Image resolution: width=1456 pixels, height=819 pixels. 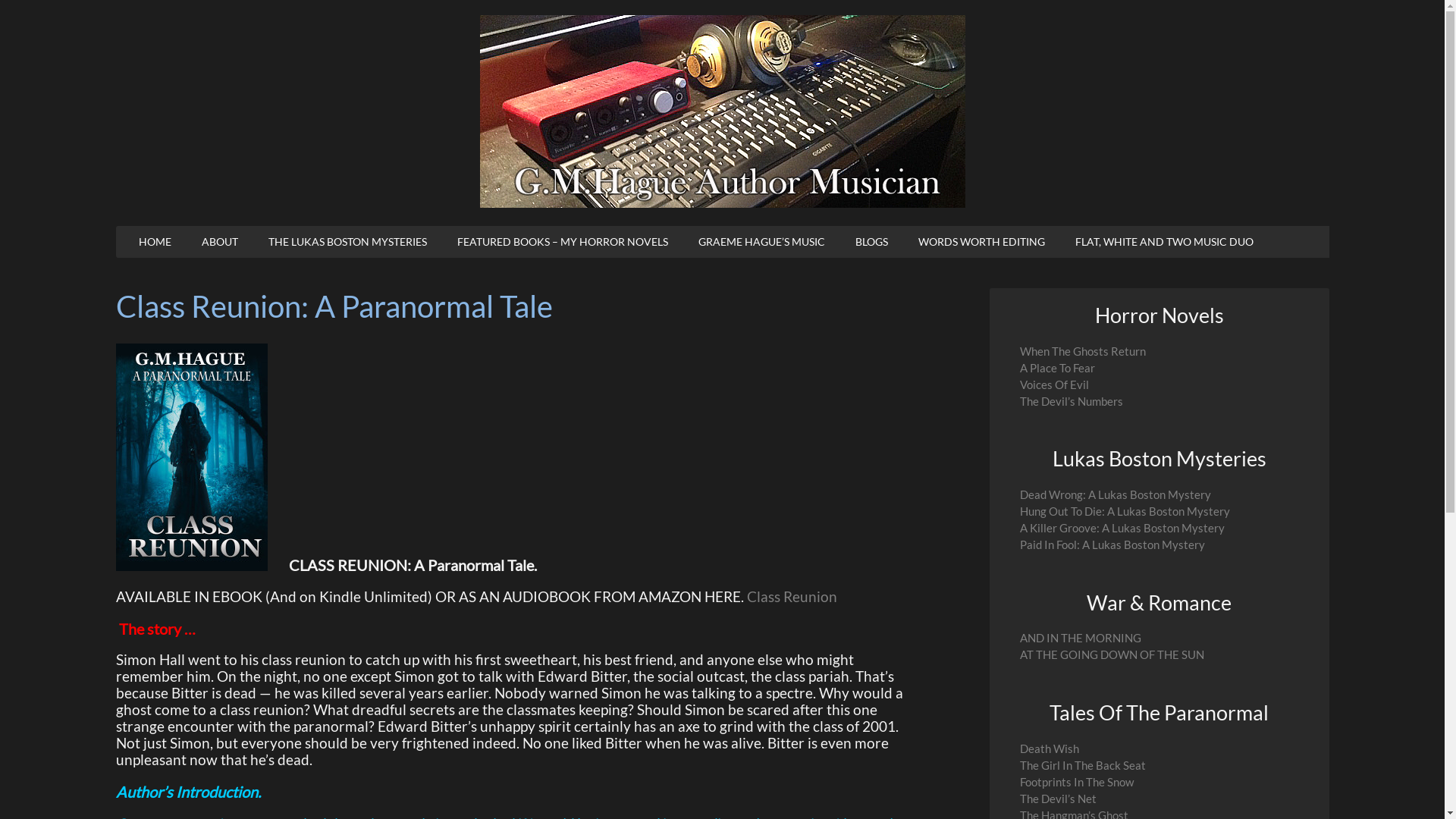 What do you see at coordinates (1081, 351) in the screenshot?
I see `'When The Ghosts Return'` at bounding box center [1081, 351].